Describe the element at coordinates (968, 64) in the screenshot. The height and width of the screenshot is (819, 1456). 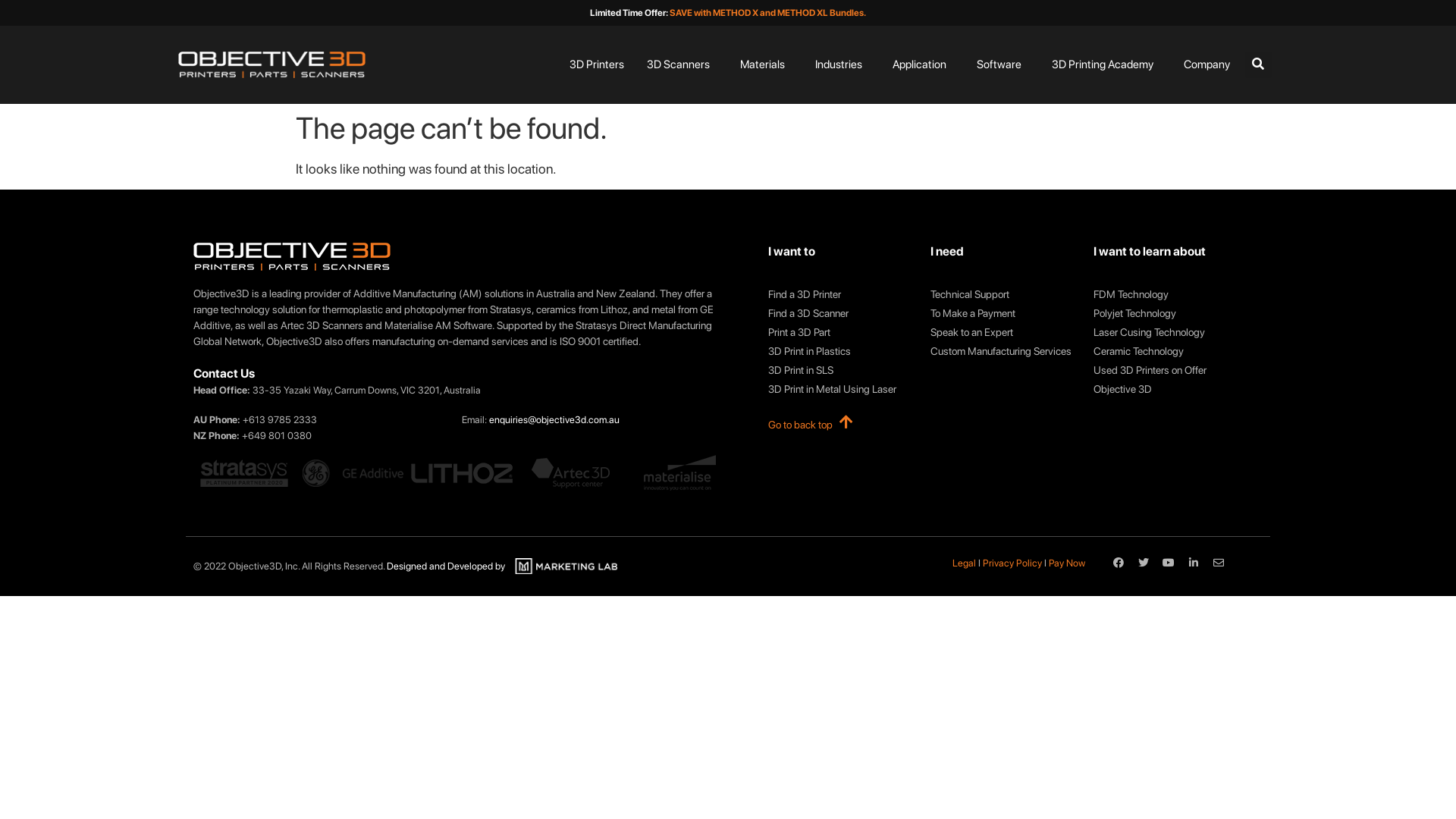
I see `'Software'` at that location.